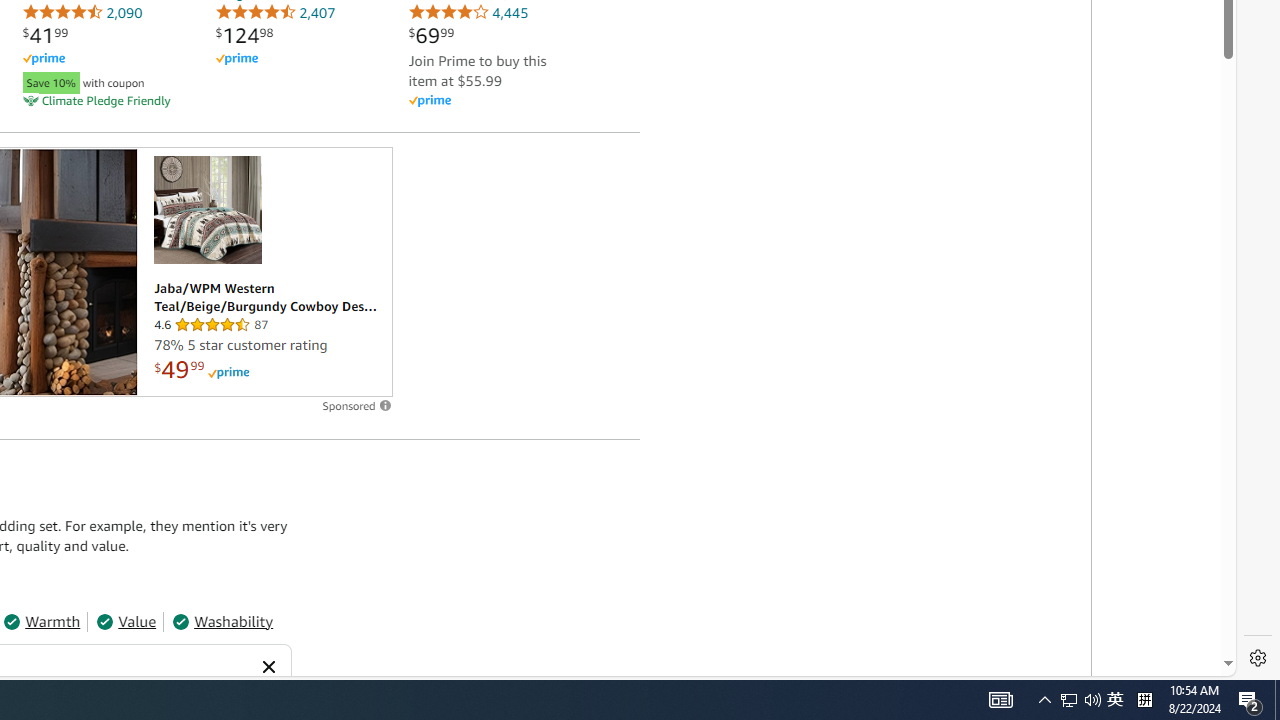  Describe the element at coordinates (125, 620) in the screenshot. I see `'Value'` at that location.